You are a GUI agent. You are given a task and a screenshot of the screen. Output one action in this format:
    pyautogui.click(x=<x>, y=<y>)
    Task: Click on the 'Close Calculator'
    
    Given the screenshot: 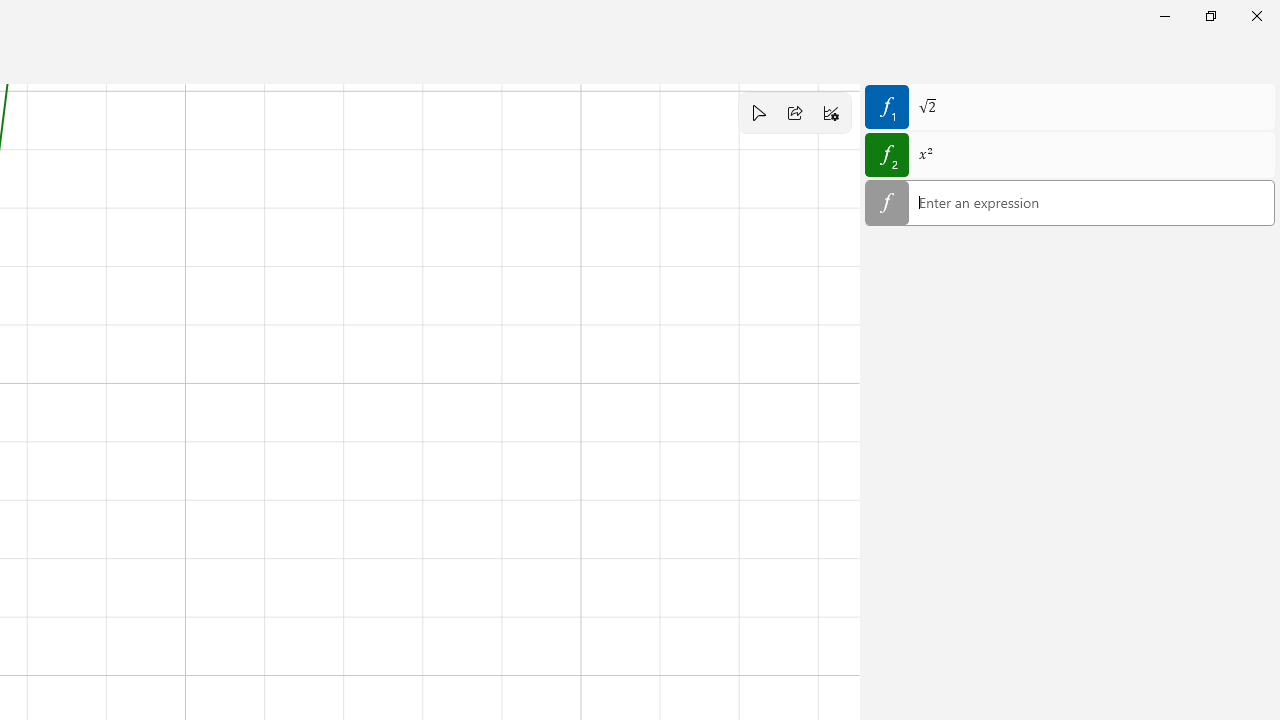 What is the action you would take?
    pyautogui.click(x=1255, y=15)
    